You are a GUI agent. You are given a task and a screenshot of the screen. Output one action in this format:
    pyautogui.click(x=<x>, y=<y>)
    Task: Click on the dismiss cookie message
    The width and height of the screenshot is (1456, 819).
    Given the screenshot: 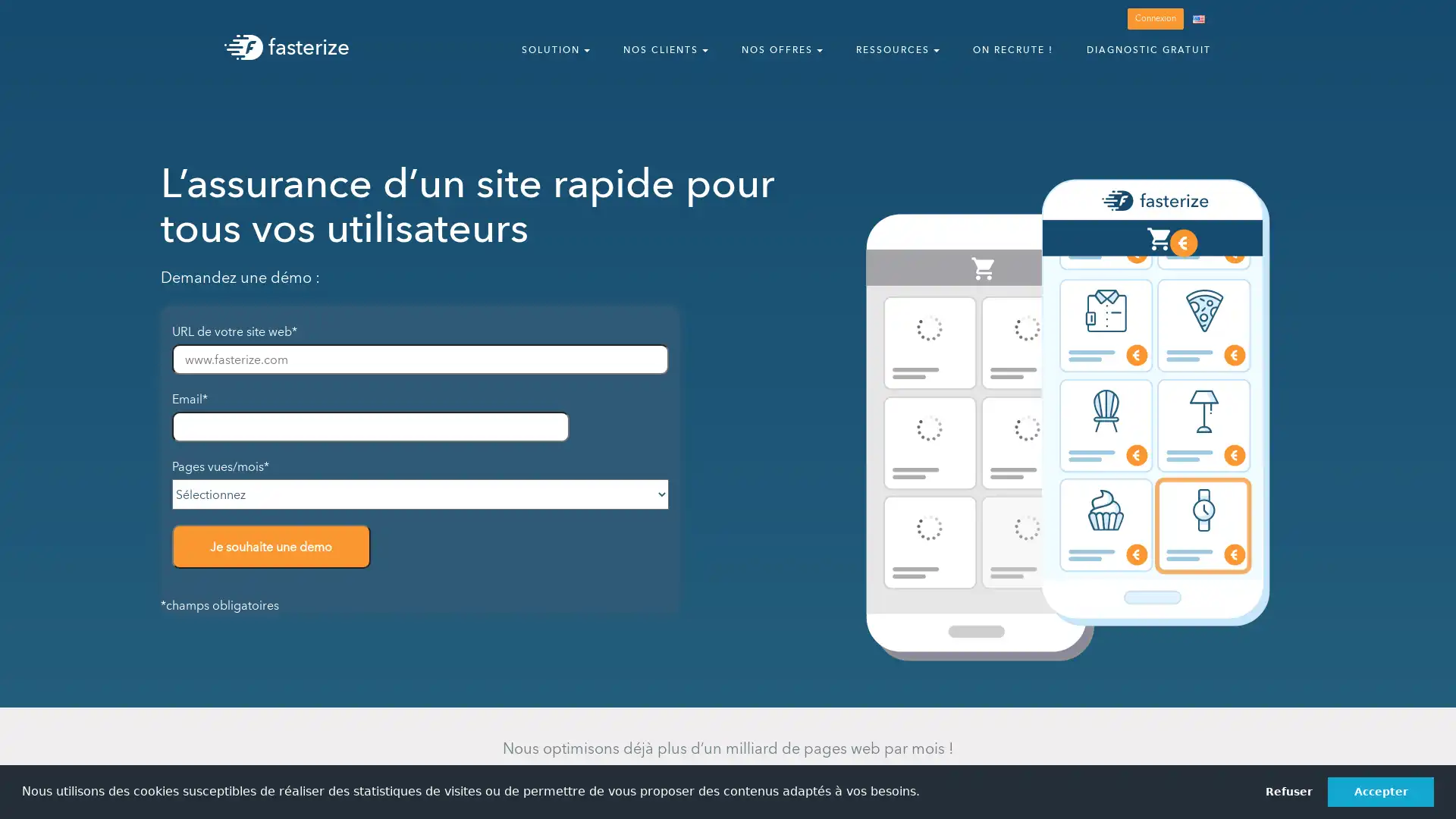 What is the action you would take?
    pyautogui.click(x=1288, y=791)
    